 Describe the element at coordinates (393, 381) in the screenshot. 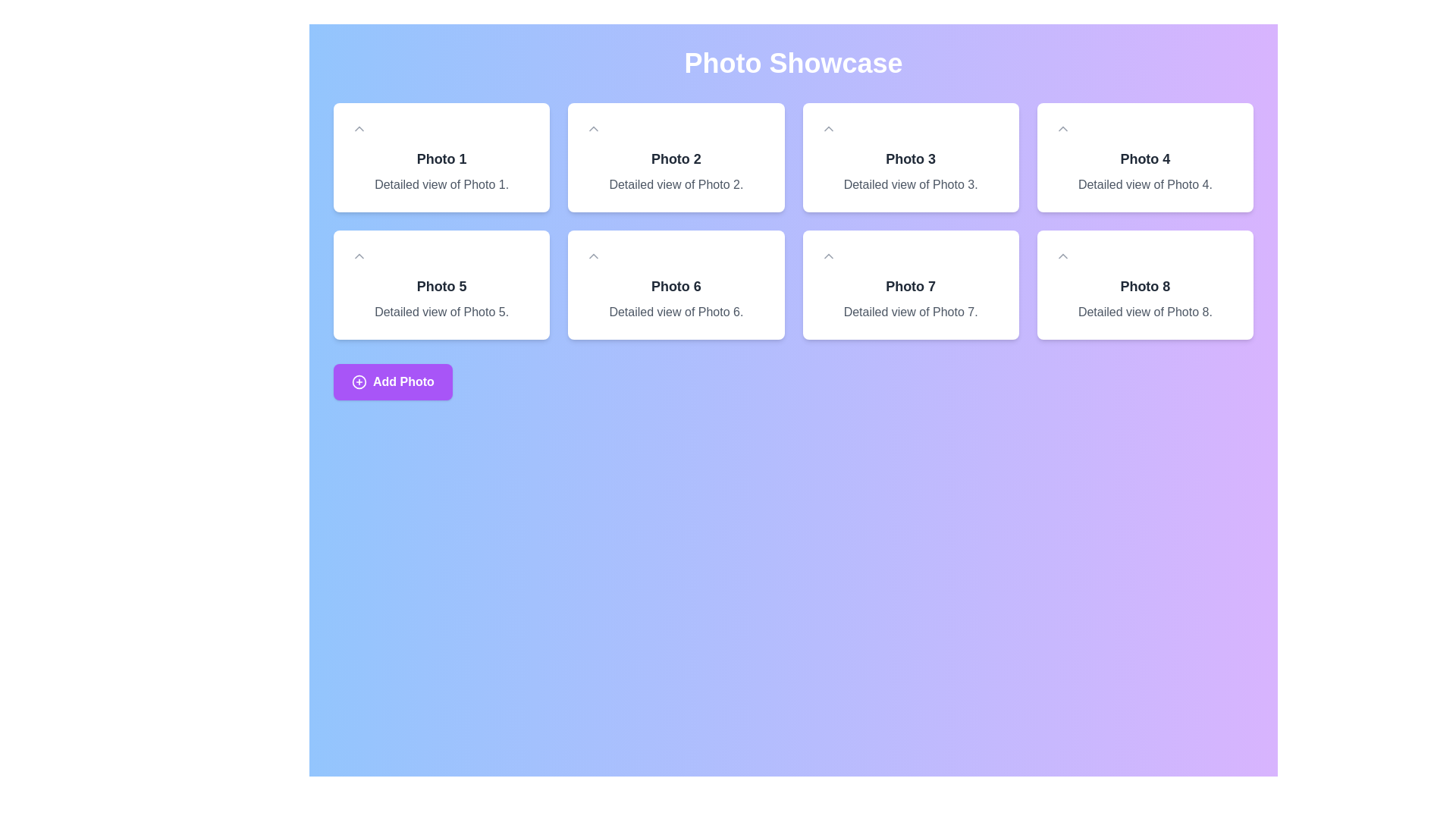

I see `the button located at the bottom left of the interface to initiate the upload or addition of new photos, aligned centrally with respect to the column containing 'Photo 1' and 'Photo 5'` at that location.